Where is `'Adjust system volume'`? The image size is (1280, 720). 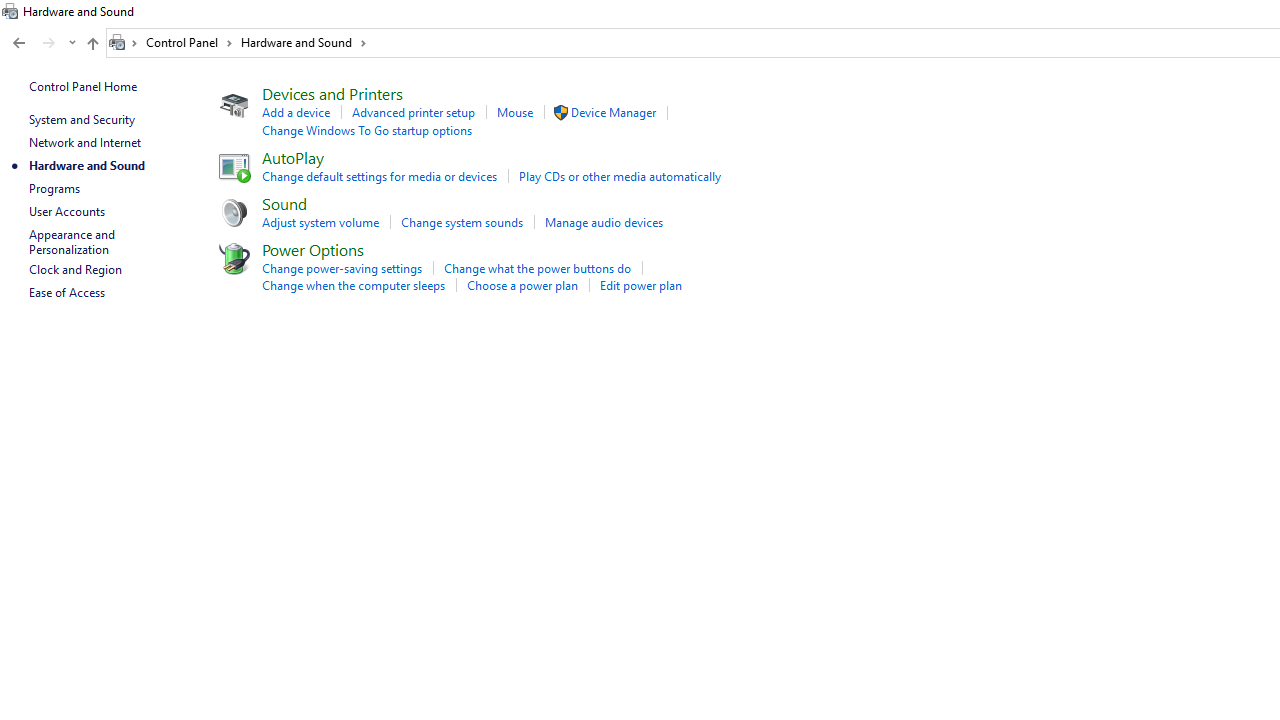
'Adjust system volume' is located at coordinates (320, 222).